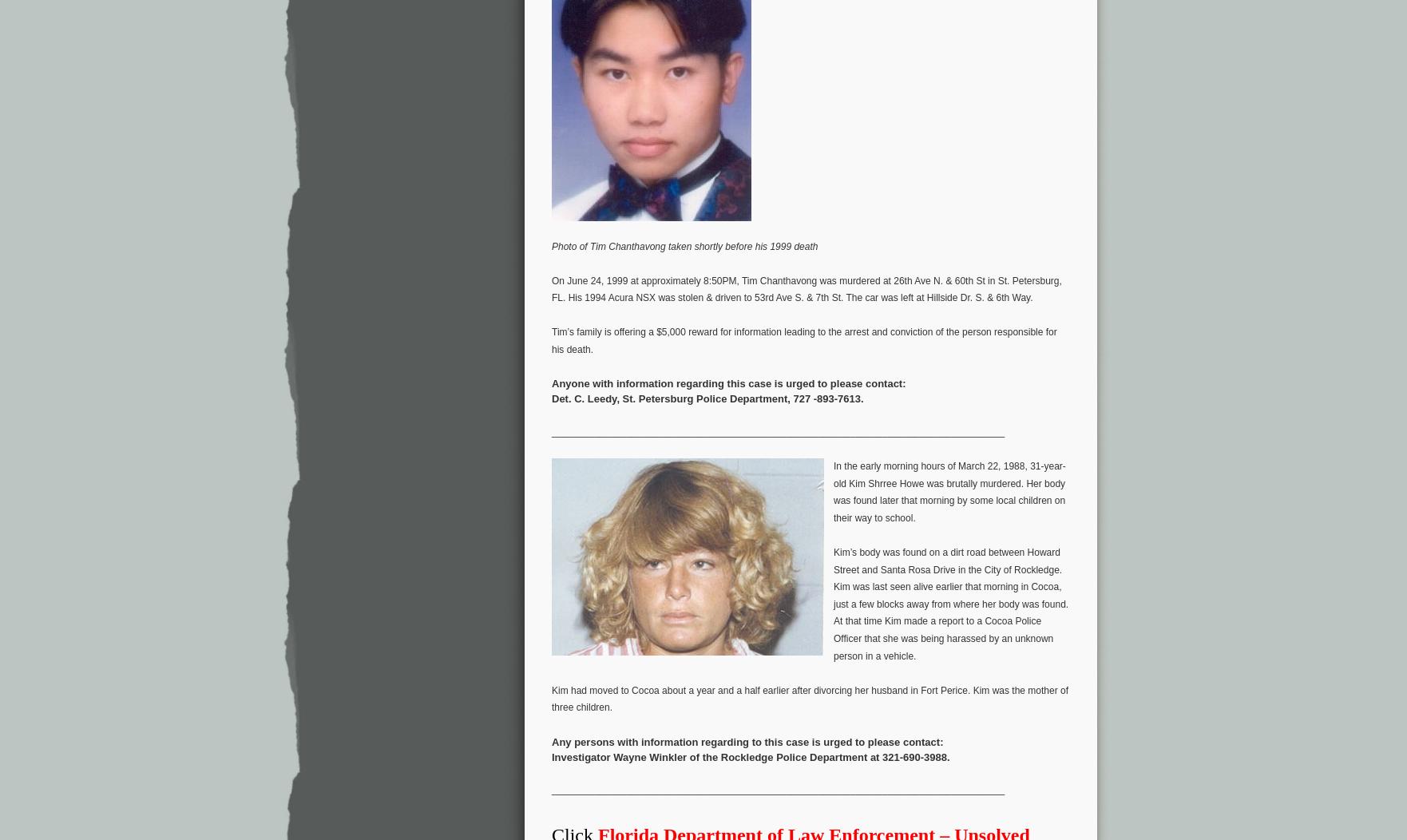 This screenshot has height=840, width=1407. Describe the element at coordinates (551, 740) in the screenshot. I see `'Any persons with information regarding to this case is urged to please contact:'` at that location.